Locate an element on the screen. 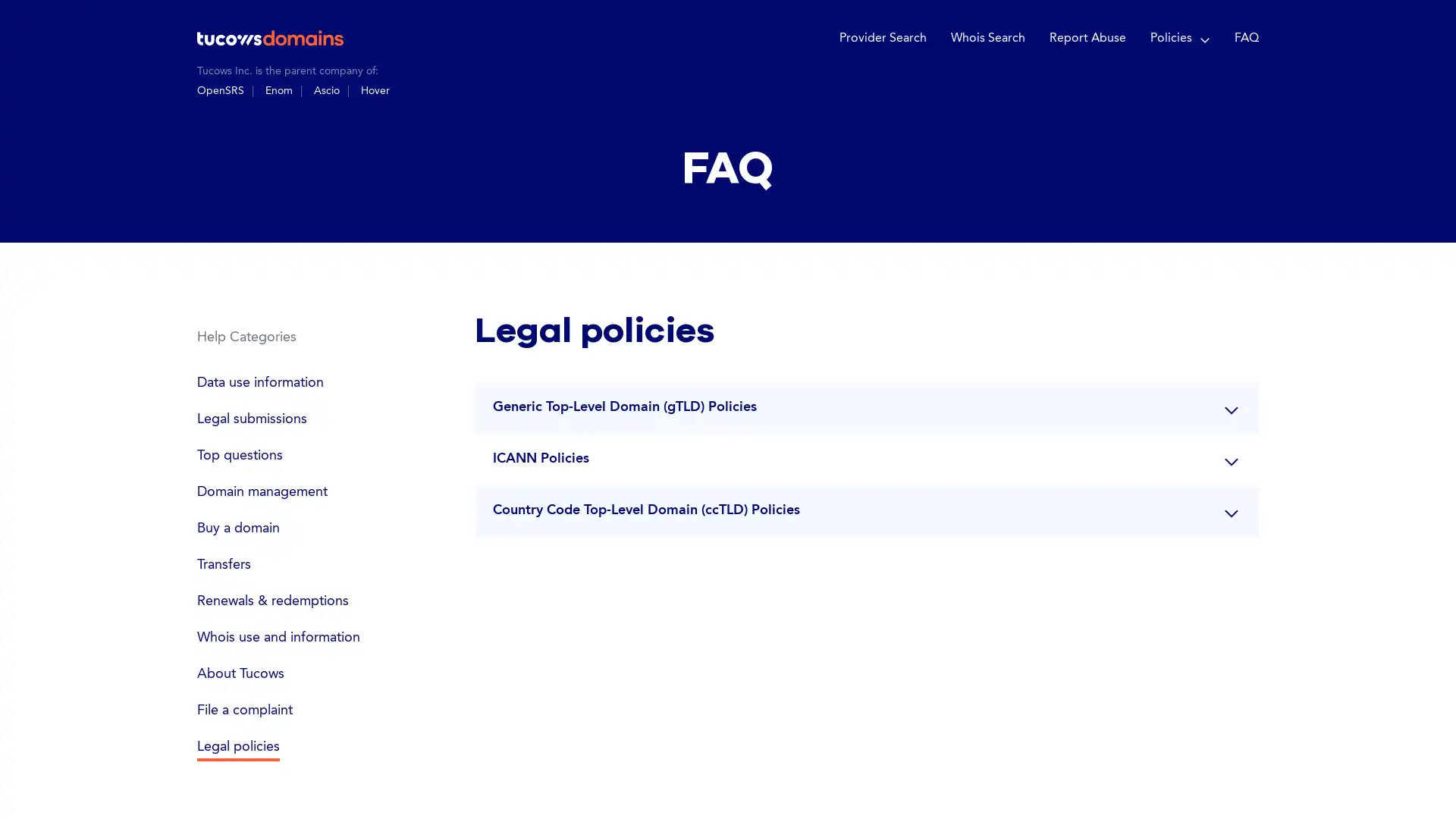 Image resolution: width=1456 pixels, height=819 pixels. Generic Top-Level Domain (gTLD) Policies is located at coordinates (866, 406).